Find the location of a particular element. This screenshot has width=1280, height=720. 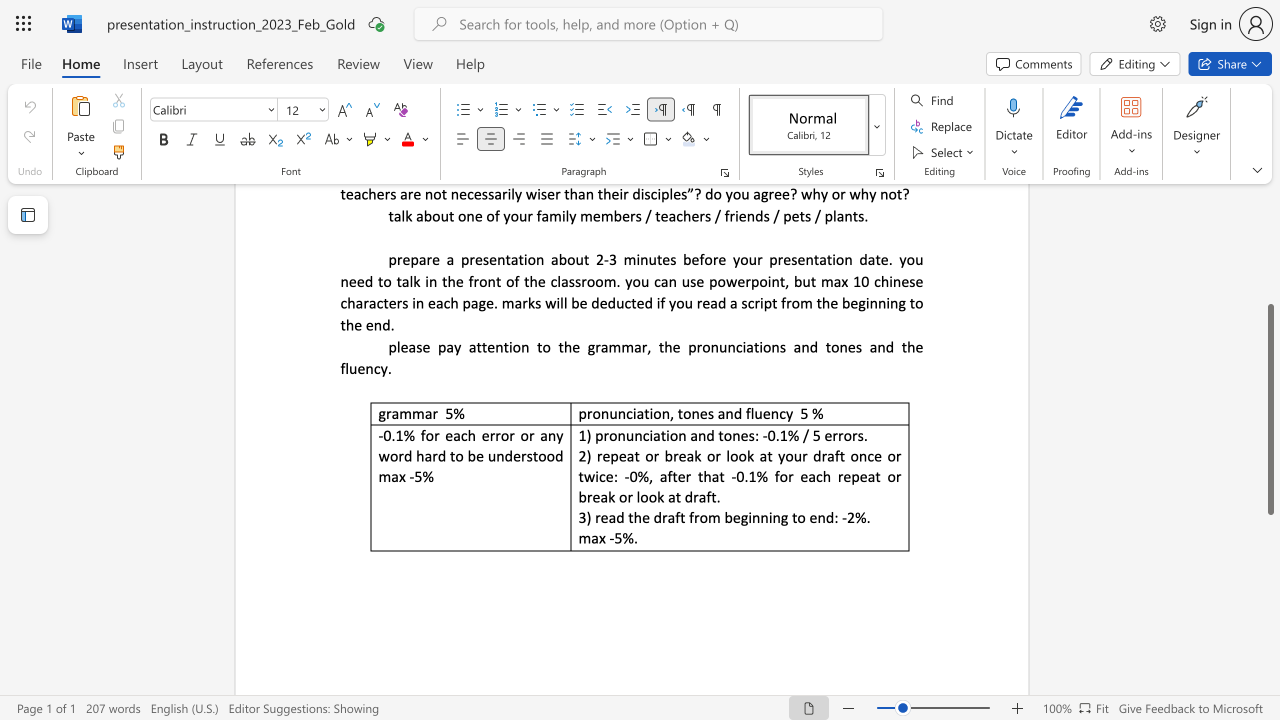

the scrollbar to move the view up is located at coordinates (1269, 248).